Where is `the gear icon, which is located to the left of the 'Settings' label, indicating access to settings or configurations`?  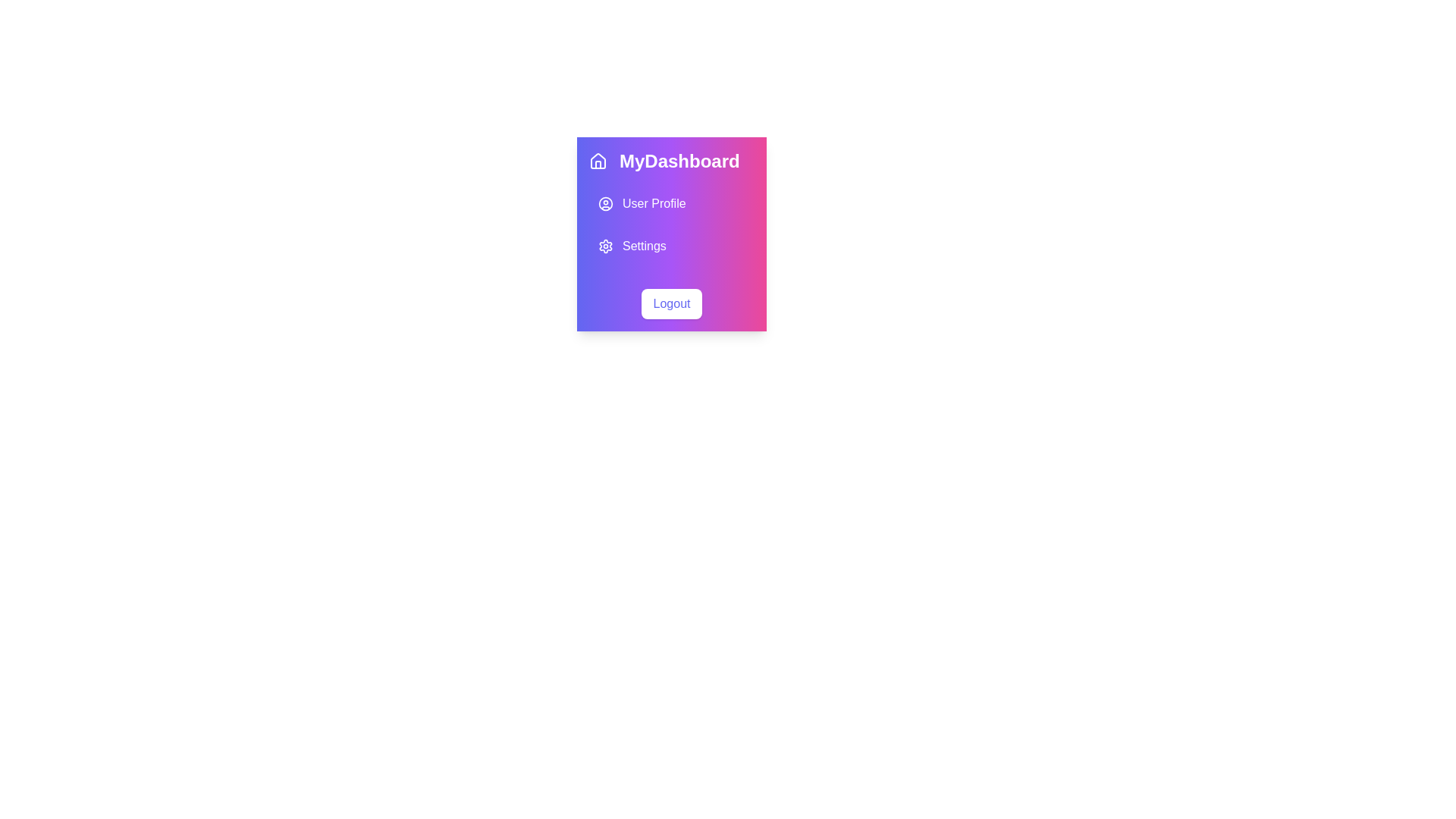
the gear icon, which is located to the left of the 'Settings' label, indicating access to settings or configurations is located at coordinates (604, 245).